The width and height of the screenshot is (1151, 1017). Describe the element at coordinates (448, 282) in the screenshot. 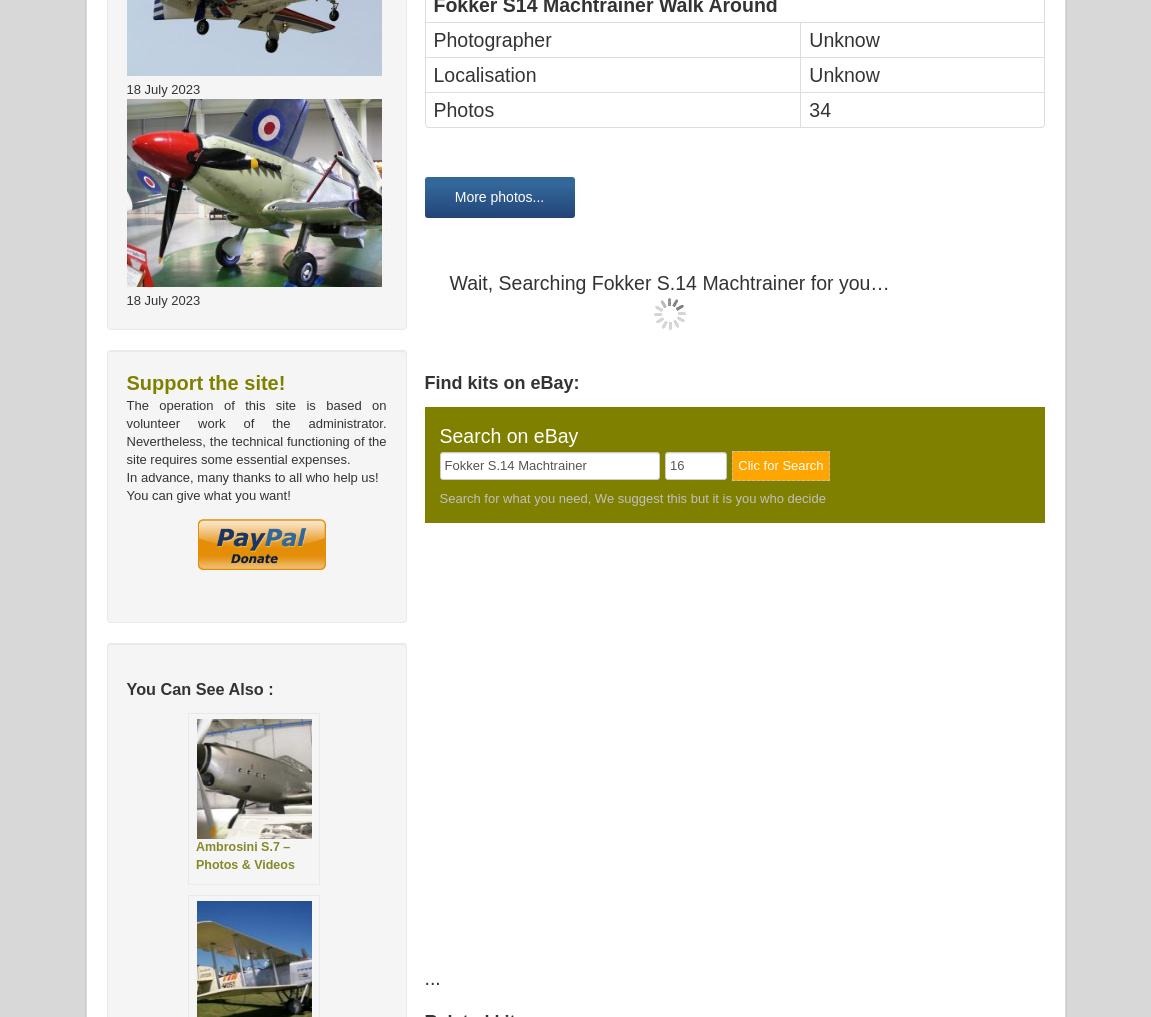

I see `'Wait, Searching Fokker S.14 Machtrainer for you…'` at that location.